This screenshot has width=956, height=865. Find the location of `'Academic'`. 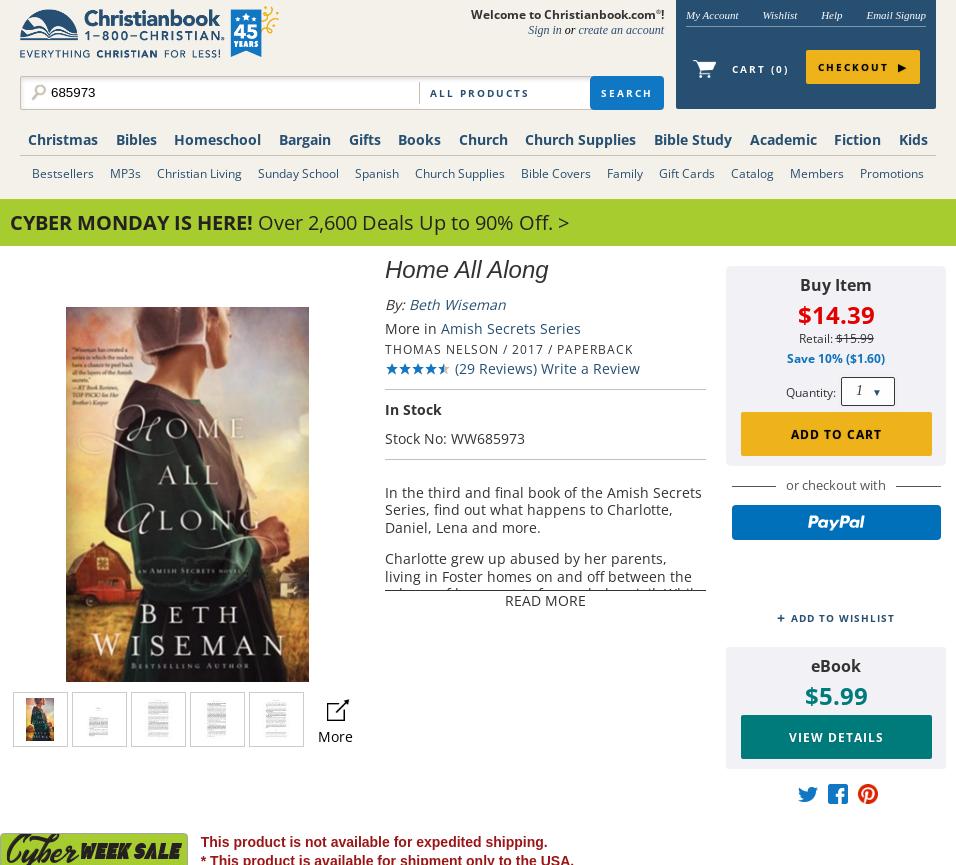

'Academic' is located at coordinates (781, 139).